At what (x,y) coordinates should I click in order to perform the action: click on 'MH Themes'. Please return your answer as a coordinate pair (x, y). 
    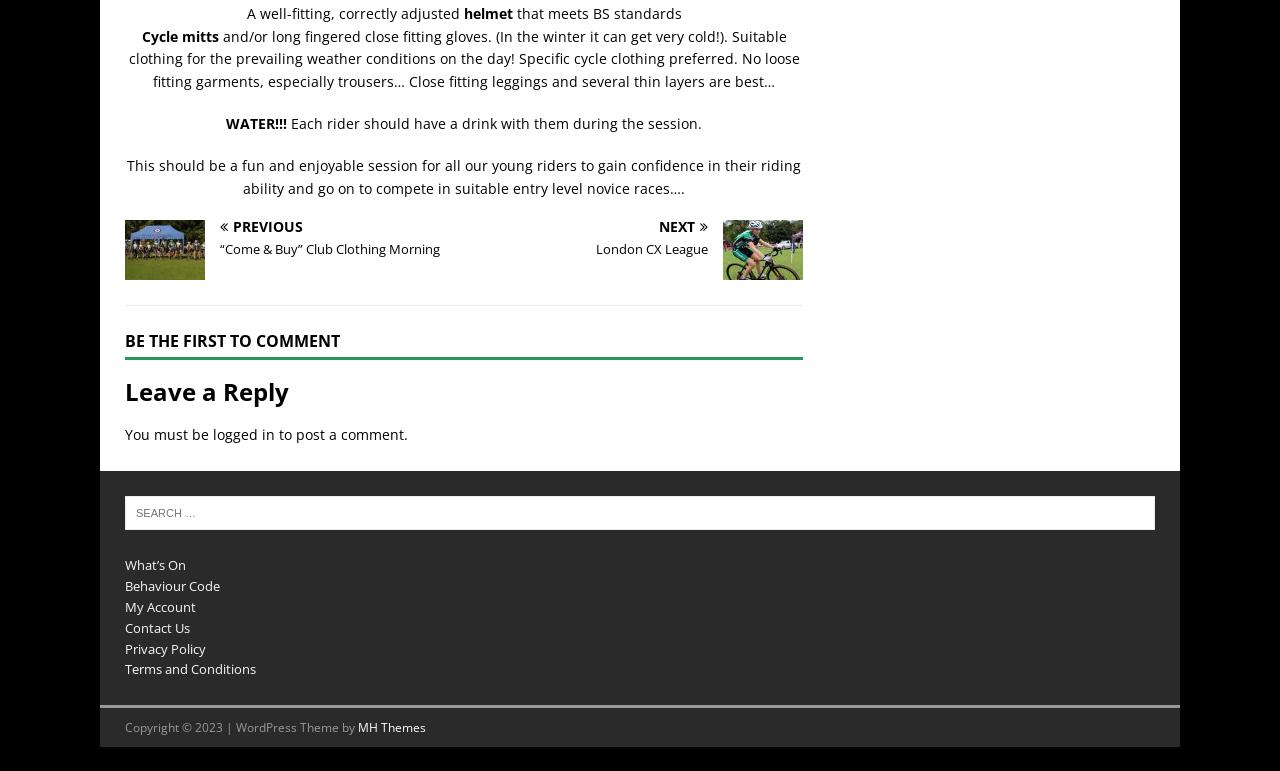
    Looking at the image, I should click on (358, 727).